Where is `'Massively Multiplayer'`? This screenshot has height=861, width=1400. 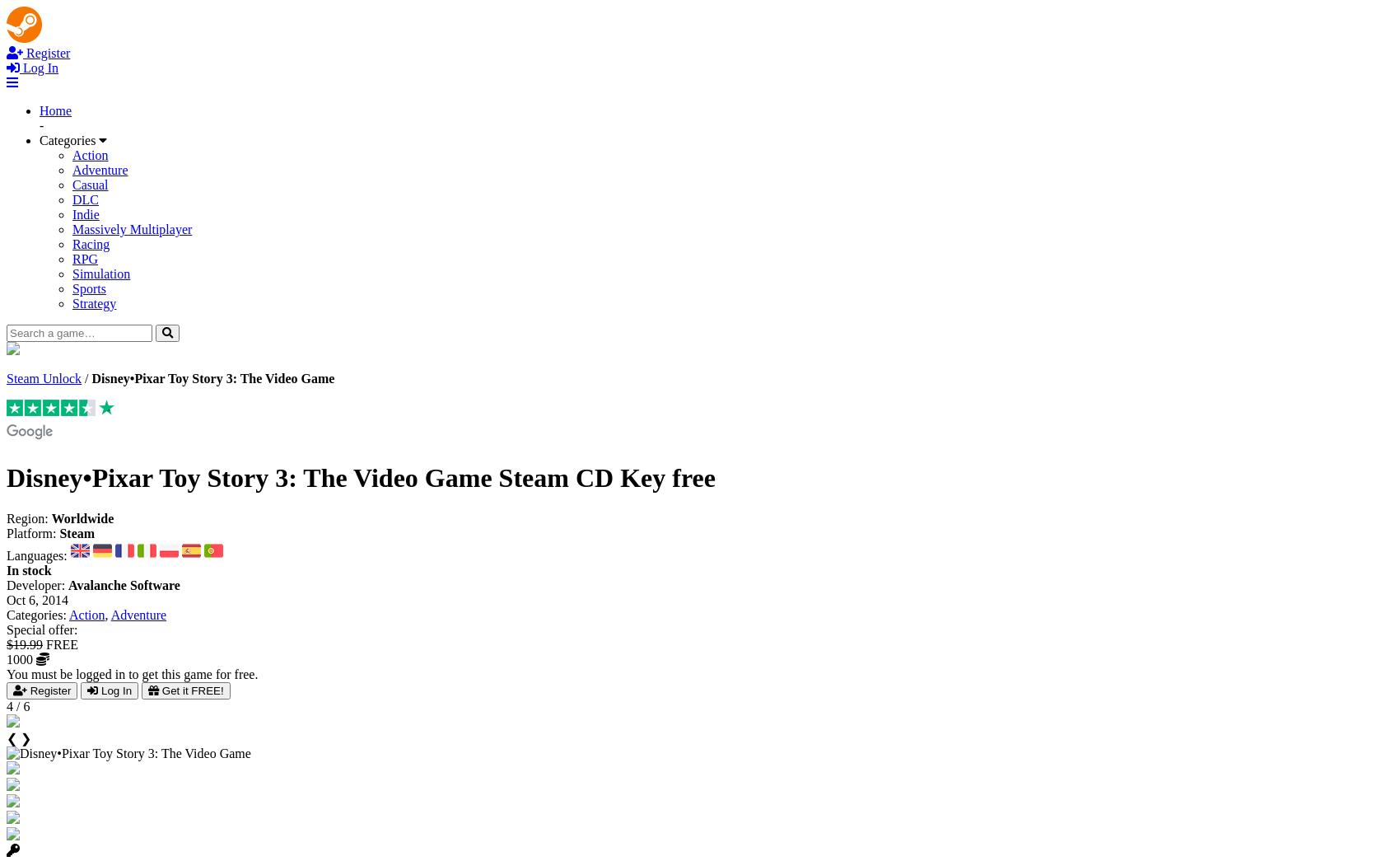
'Massively Multiplayer' is located at coordinates (131, 228).